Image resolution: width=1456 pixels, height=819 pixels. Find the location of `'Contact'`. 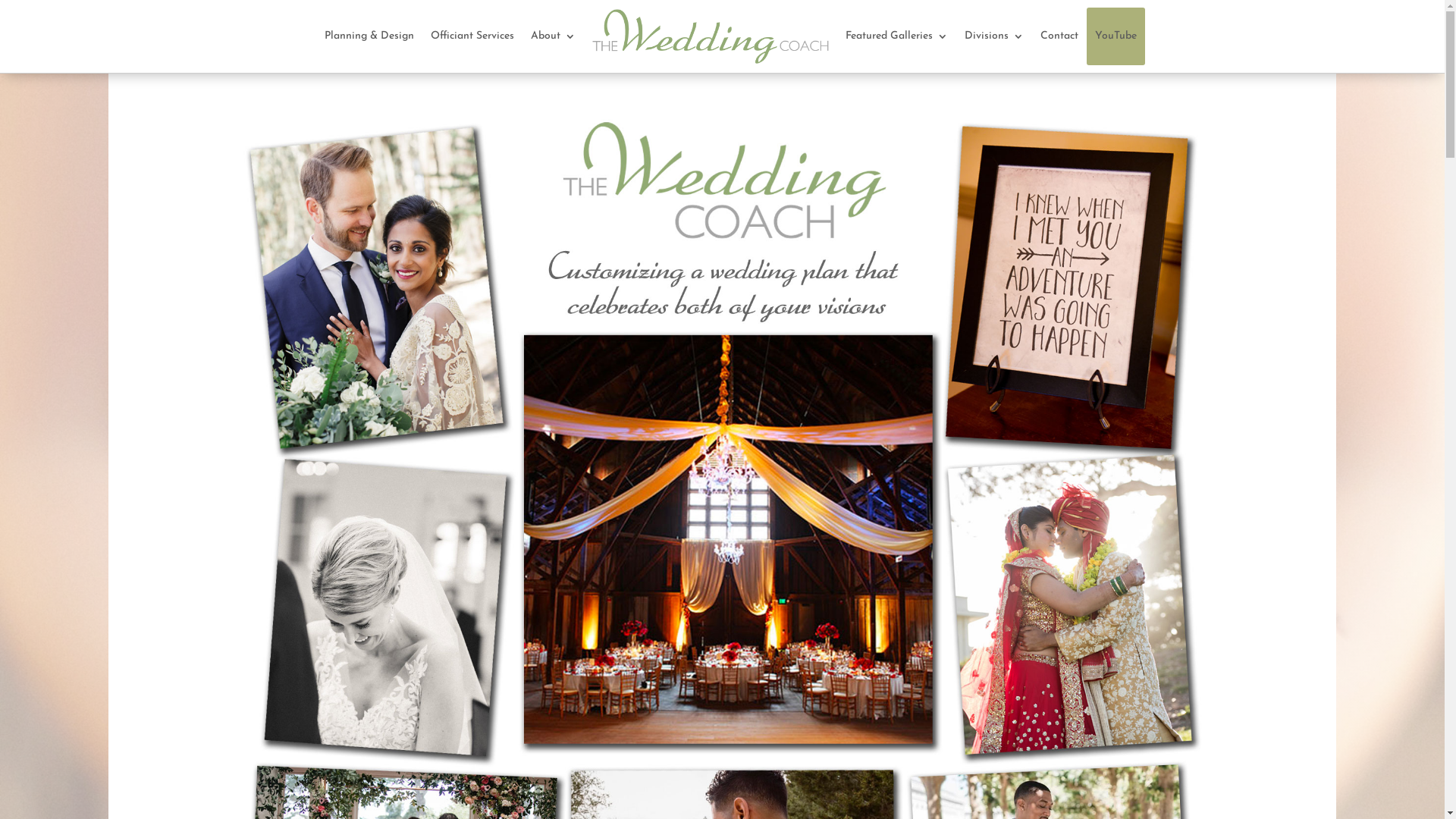

'Contact' is located at coordinates (1058, 35).